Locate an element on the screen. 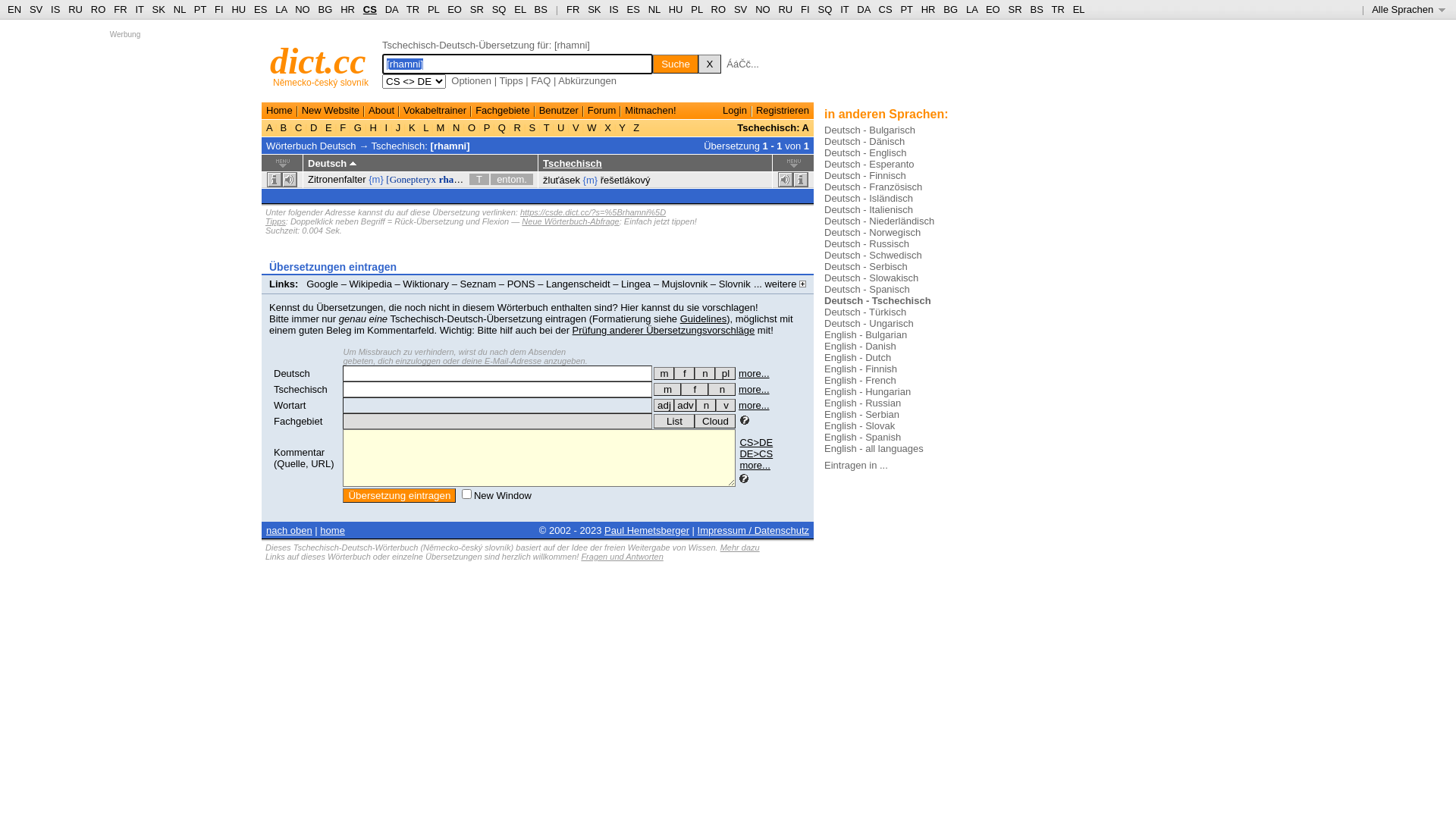  'U' is located at coordinates (560, 127).